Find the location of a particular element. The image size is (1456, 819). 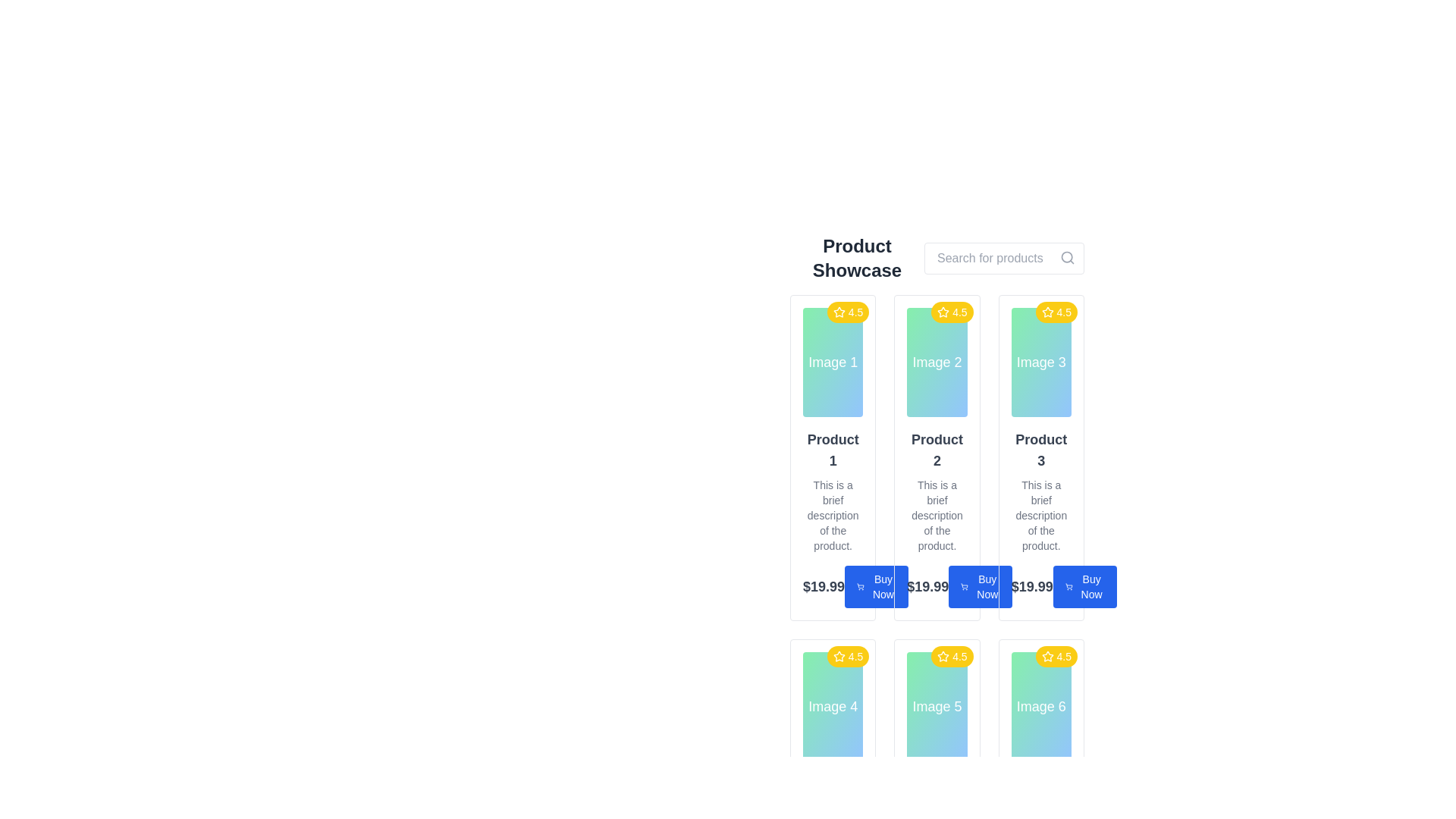

price information displayed in the text label located at the bottom-left corner of the listing for 'Product 3', next to the 'Buy Now' button is located at coordinates (1040, 586).